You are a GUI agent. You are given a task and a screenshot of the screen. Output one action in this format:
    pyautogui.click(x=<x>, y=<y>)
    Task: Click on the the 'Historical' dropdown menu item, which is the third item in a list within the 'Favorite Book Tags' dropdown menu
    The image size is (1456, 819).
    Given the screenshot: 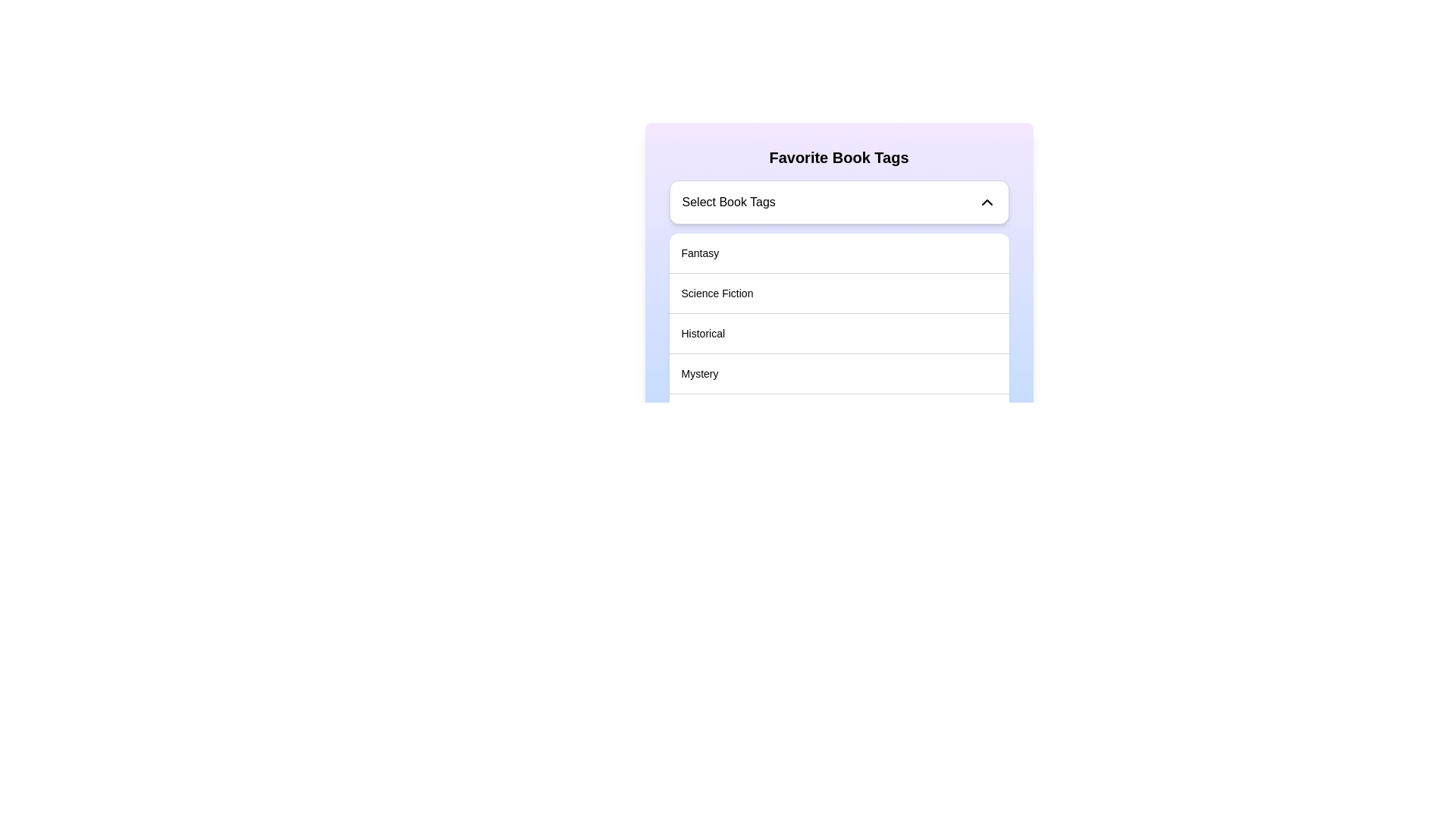 What is the action you would take?
    pyautogui.click(x=838, y=332)
    